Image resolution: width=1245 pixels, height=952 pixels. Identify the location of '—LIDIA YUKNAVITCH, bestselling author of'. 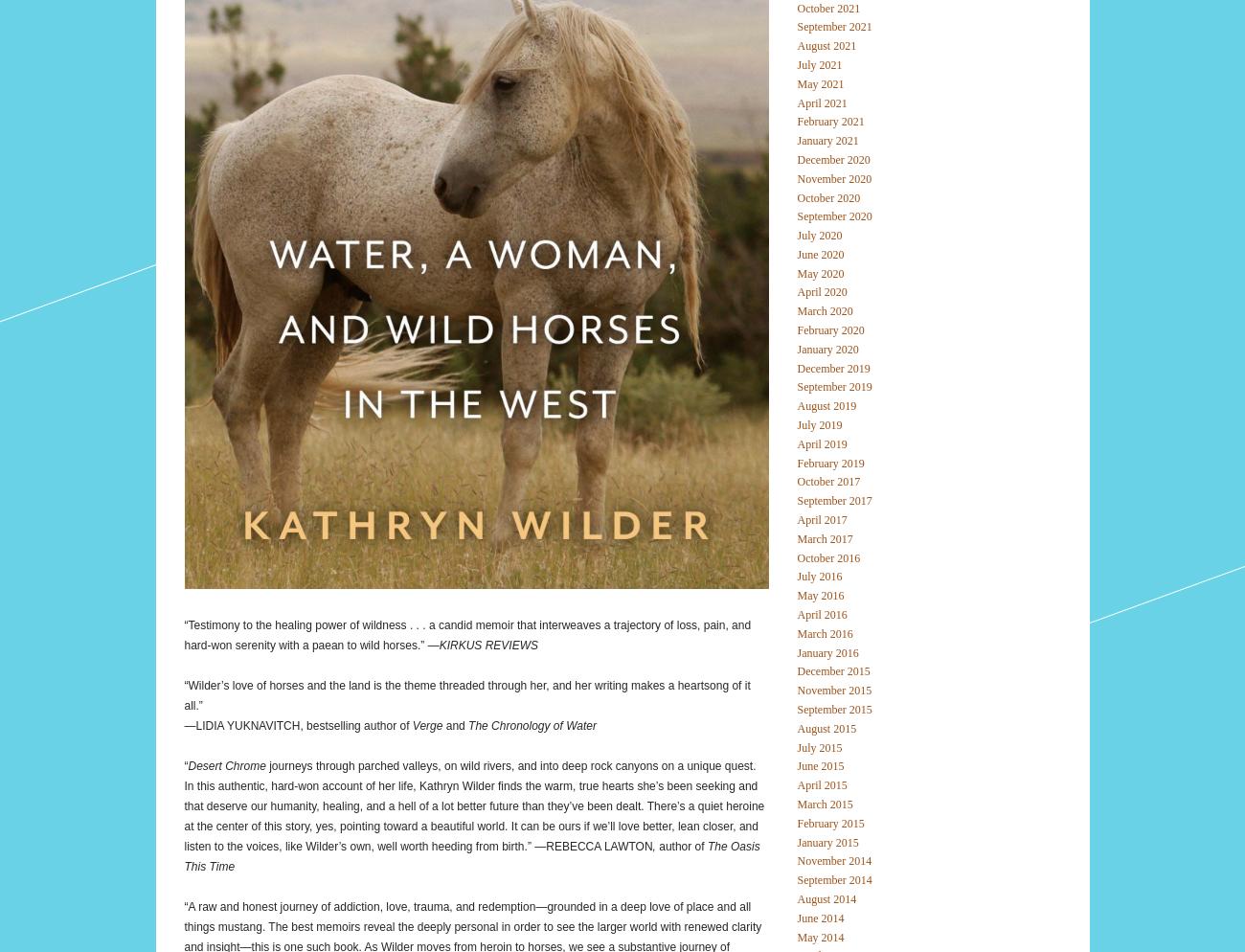
(297, 724).